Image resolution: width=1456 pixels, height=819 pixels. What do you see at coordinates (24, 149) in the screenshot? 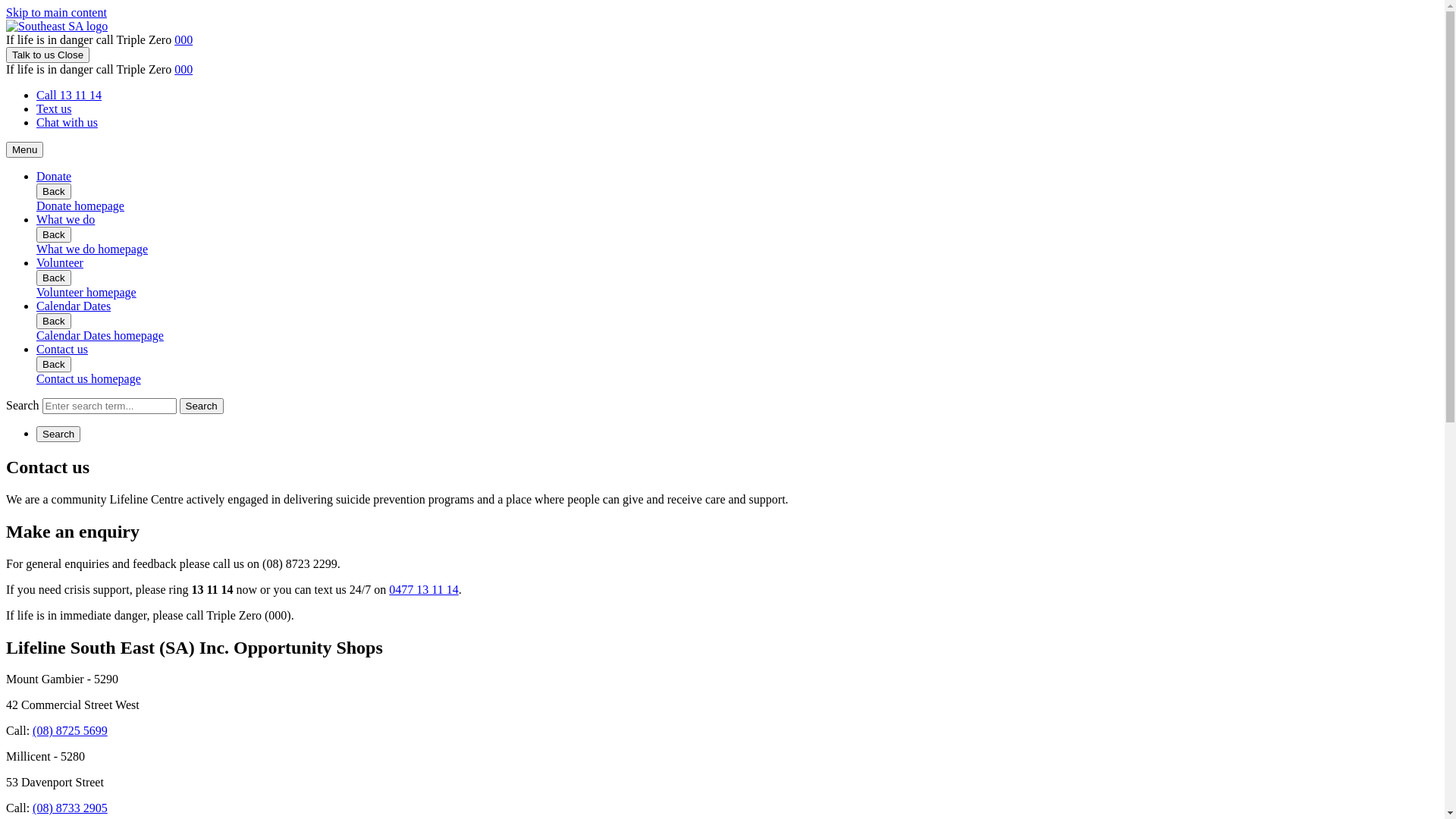
I see `'Menu'` at bounding box center [24, 149].